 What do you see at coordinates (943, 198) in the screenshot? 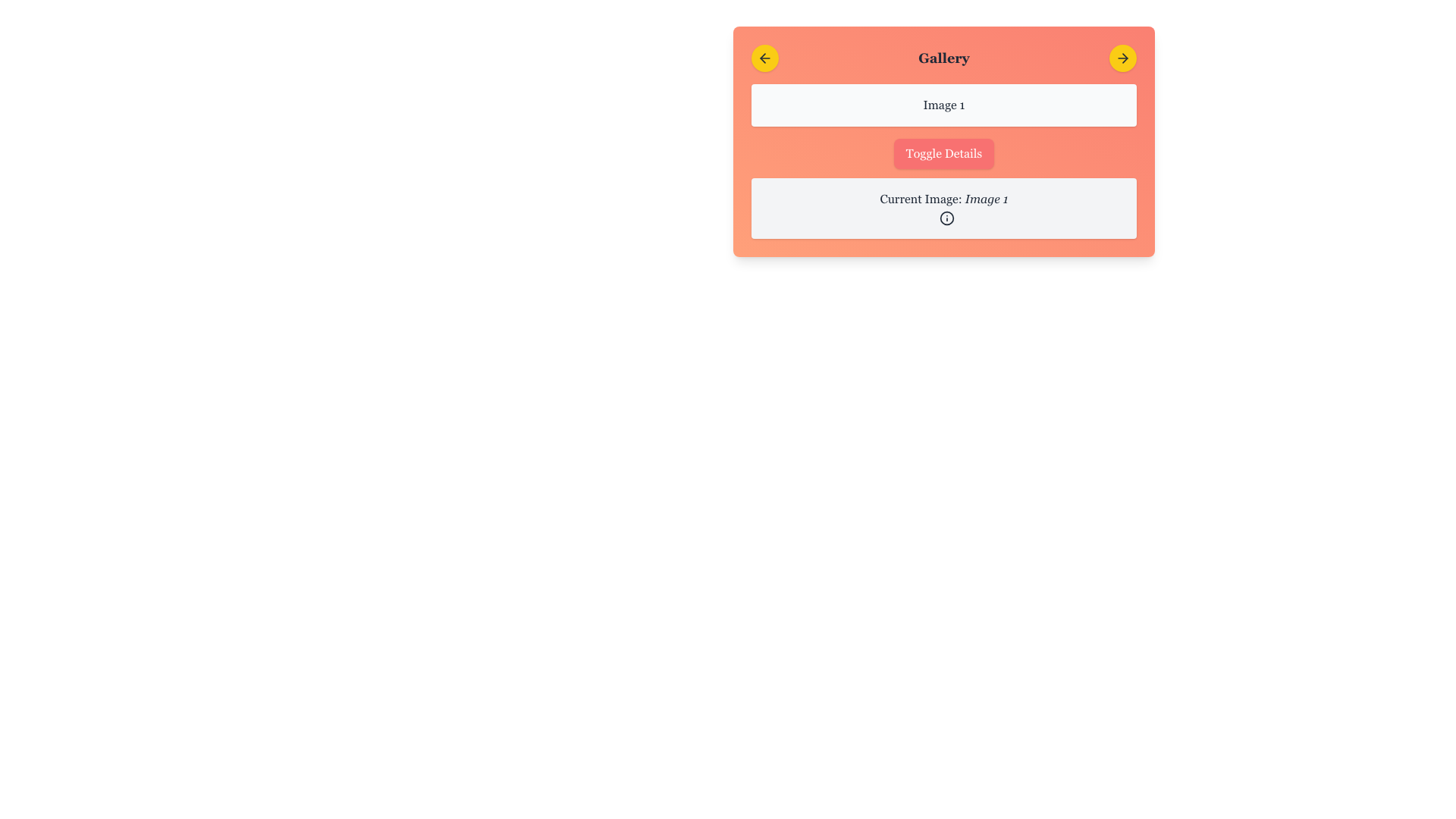
I see `the static text label that displays 'Current Image: Image 1', located in the lower section of the 'Gallery' panel, above a small circular icon` at bounding box center [943, 198].